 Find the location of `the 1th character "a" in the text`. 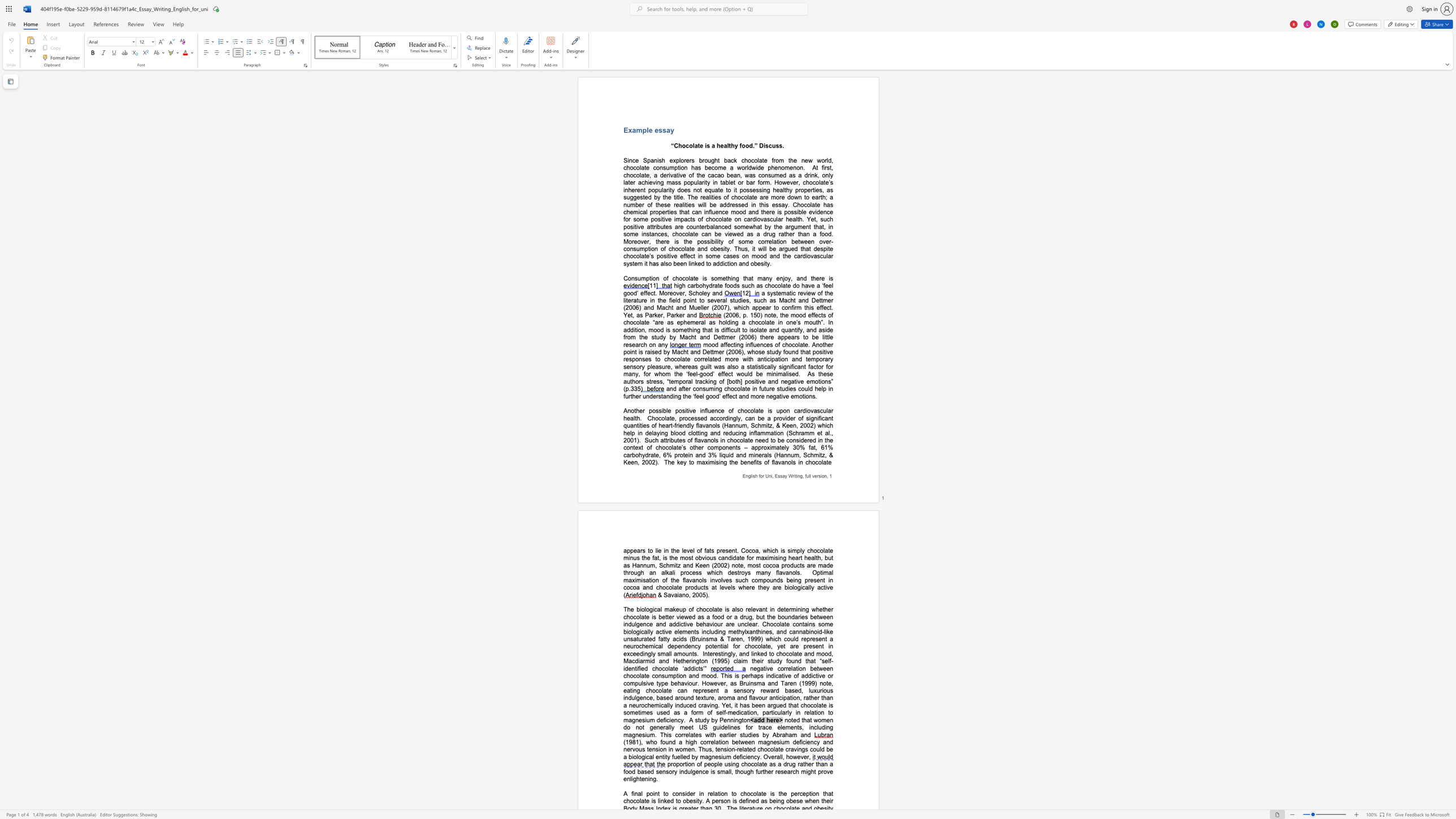

the 1th character "a" in the text is located at coordinates (759, 226).